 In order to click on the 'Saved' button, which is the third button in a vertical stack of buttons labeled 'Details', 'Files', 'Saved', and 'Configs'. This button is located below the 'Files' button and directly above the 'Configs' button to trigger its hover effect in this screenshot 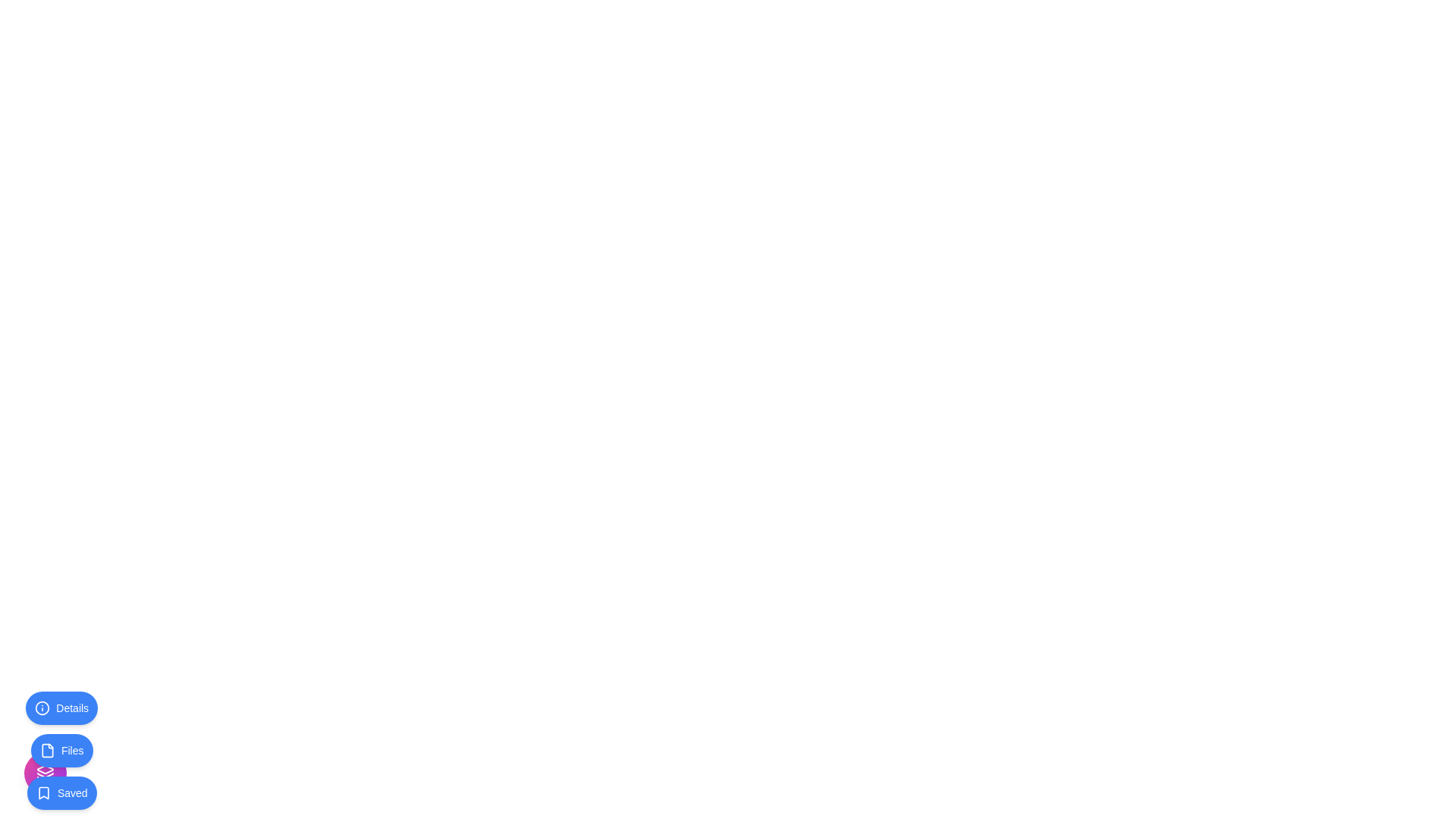, I will do `click(61, 792)`.